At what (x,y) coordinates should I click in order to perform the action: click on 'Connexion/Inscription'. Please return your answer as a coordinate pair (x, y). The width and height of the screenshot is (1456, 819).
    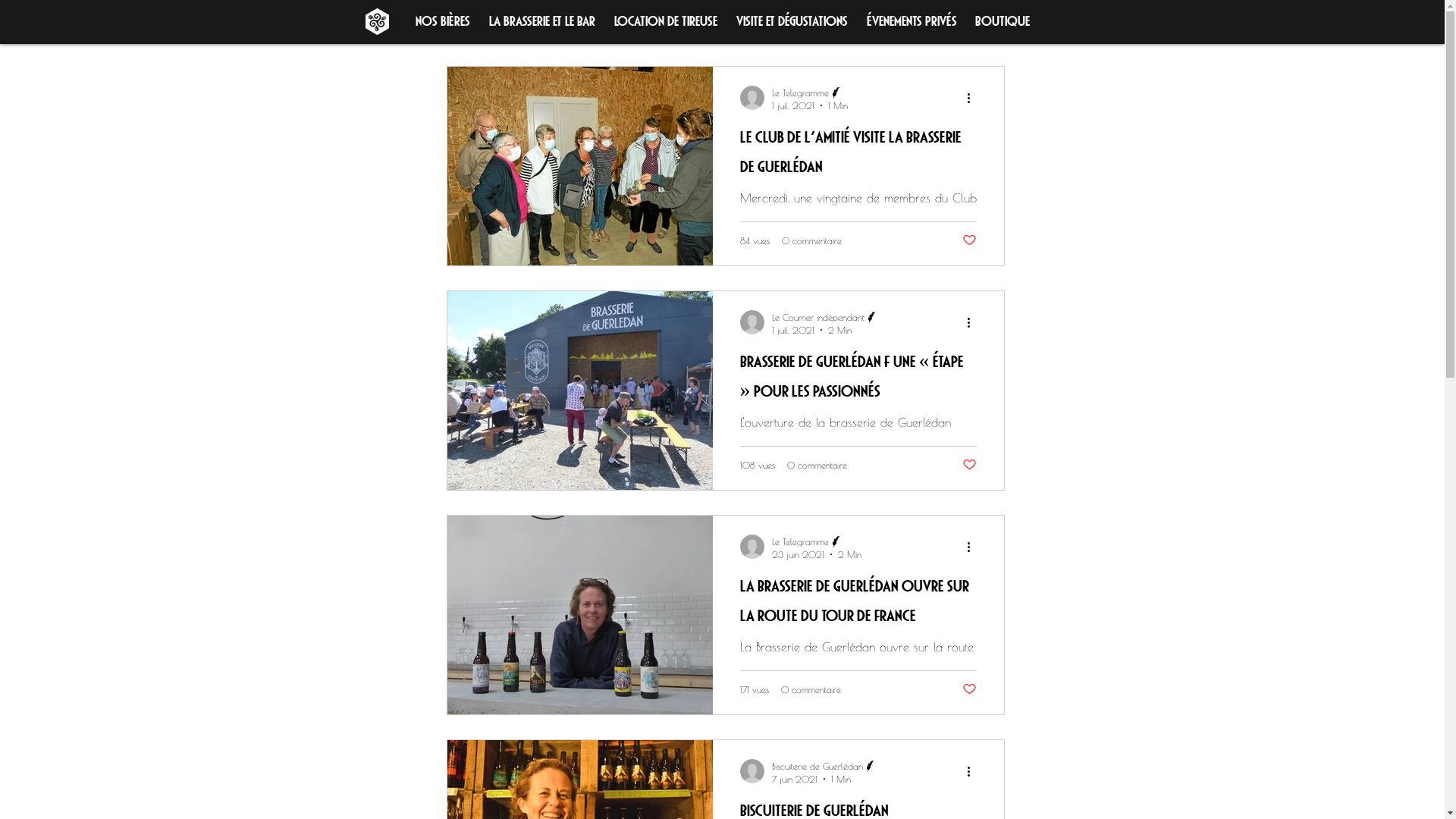
    Looking at the image, I should click on (869, 20).